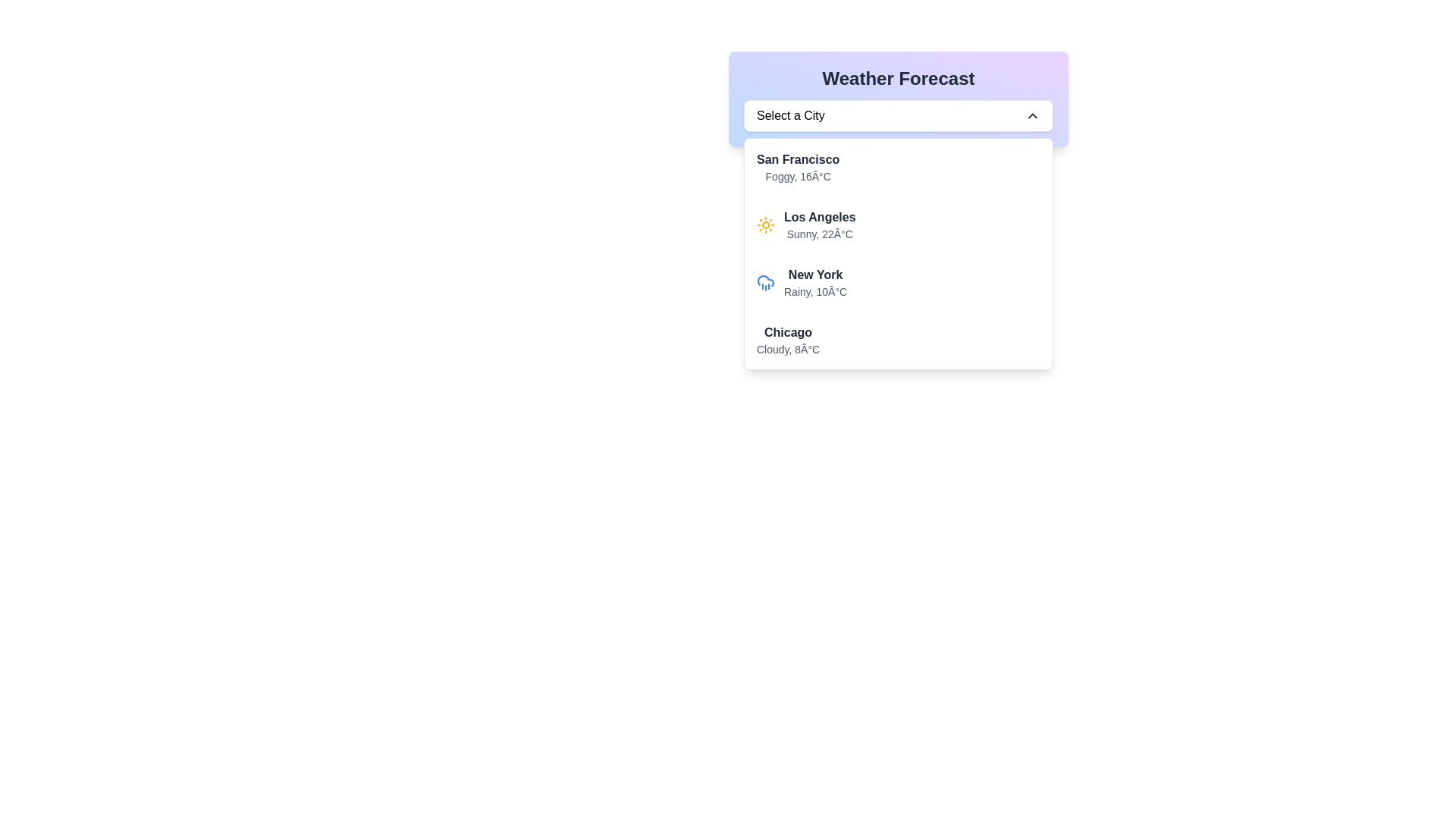 The image size is (1456, 819). Describe the element at coordinates (819, 225) in the screenshot. I see `the weather forecast entry for 'Los Angeles', which displays 'Sunny, 22°C' below the city name in a list of weather information` at that location.